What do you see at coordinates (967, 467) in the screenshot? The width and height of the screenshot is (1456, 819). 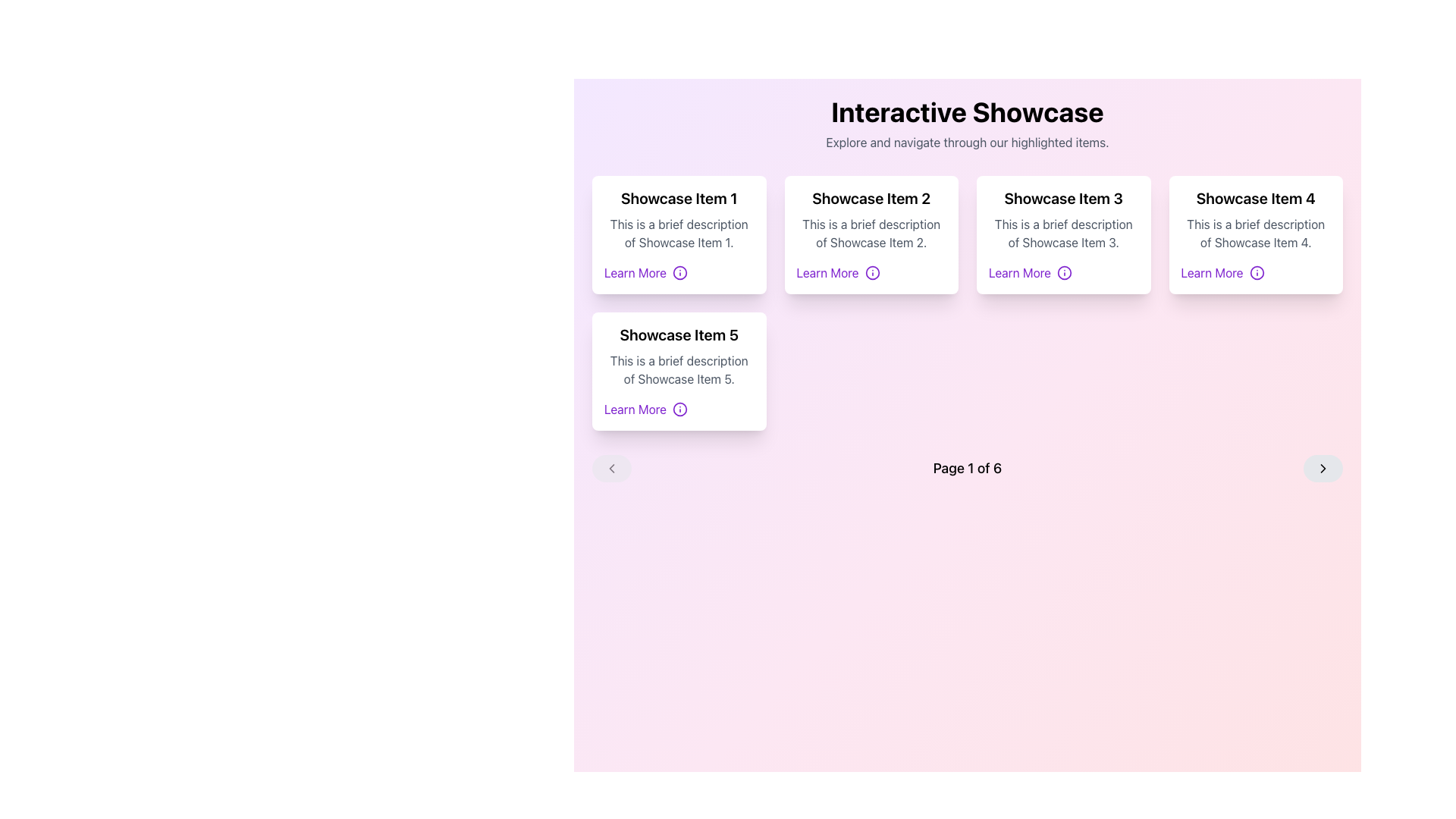 I see `text content displayed as 'Page 1 of 6' in the central pagination indicator at the bottom center of the interface` at bounding box center [967, 467].